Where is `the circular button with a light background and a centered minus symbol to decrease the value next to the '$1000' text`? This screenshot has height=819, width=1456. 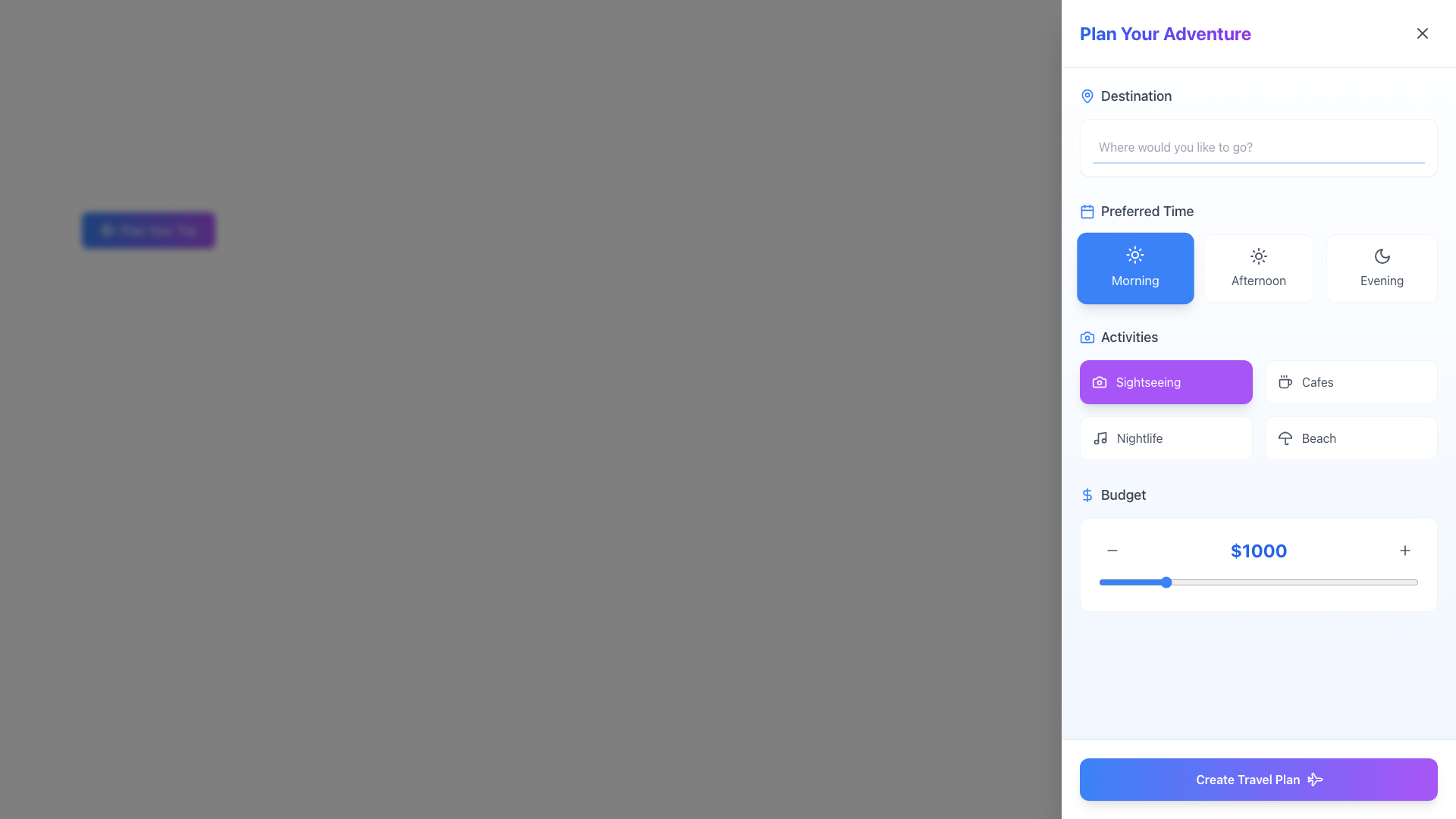 the circular button with a light background and a centered minus symbol to decrease the value next to the '$1000' text is located at coordinates (1112, 550).